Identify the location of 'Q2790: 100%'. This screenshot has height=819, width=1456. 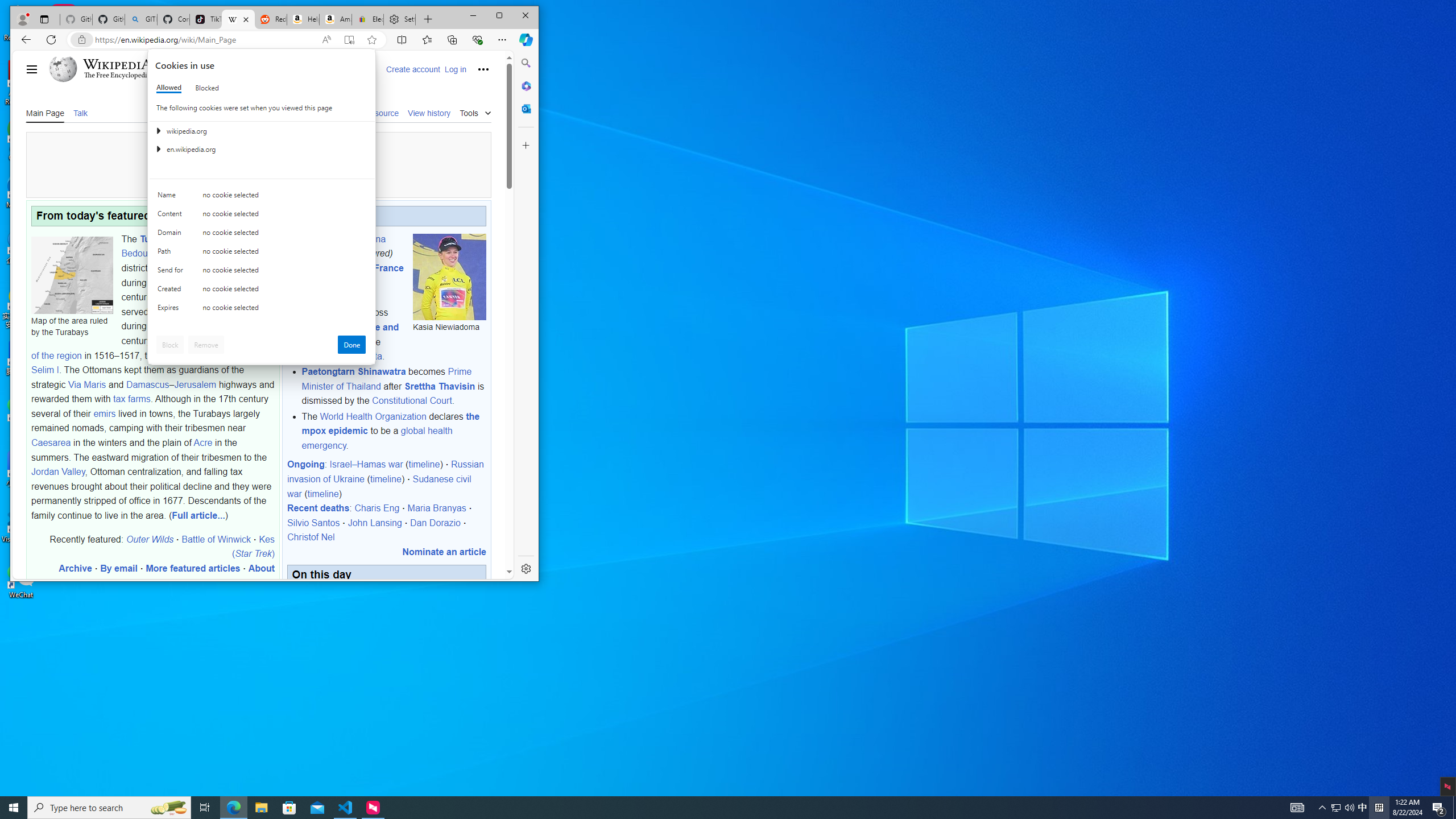
(1349, 806).